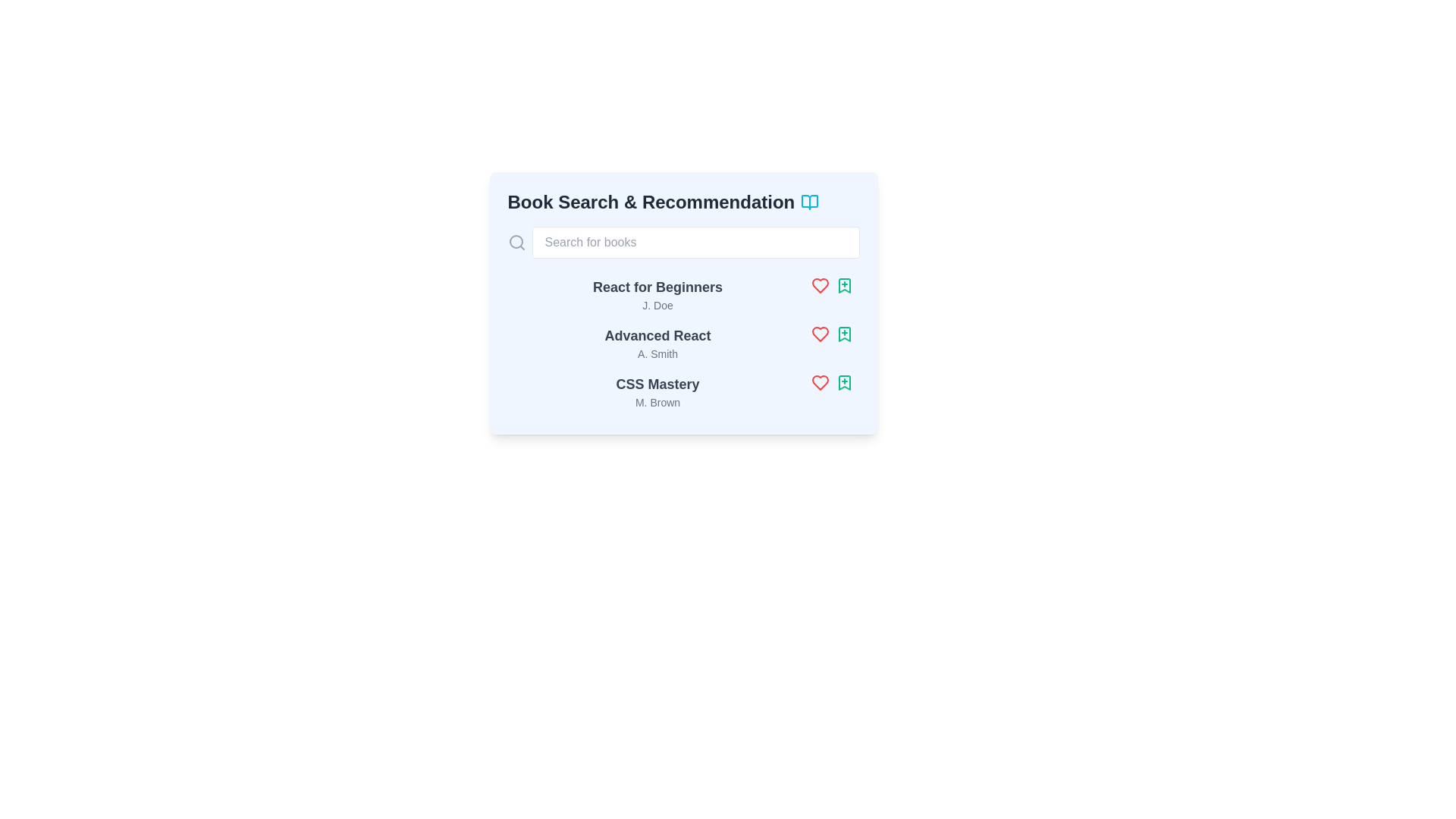  Describe the element at coordinates (819, 333) in the screenshot. I see `the heart-shaped icon on the right side of the interface, associated with the 'Advanced React' list item by A. Smith` at that location.